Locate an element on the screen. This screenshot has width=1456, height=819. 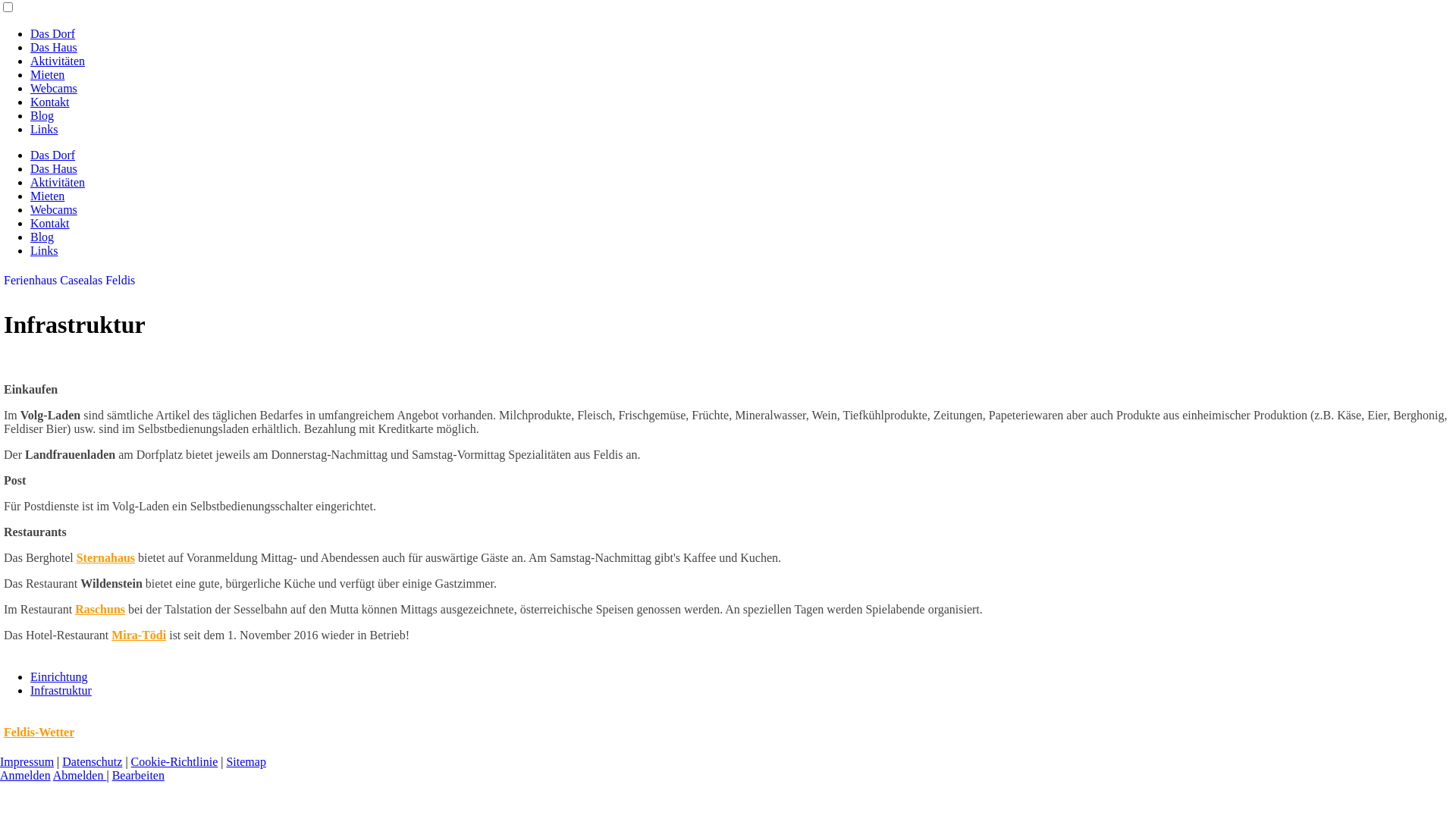
'Das Dorf' is located at coordinates (52, 155).